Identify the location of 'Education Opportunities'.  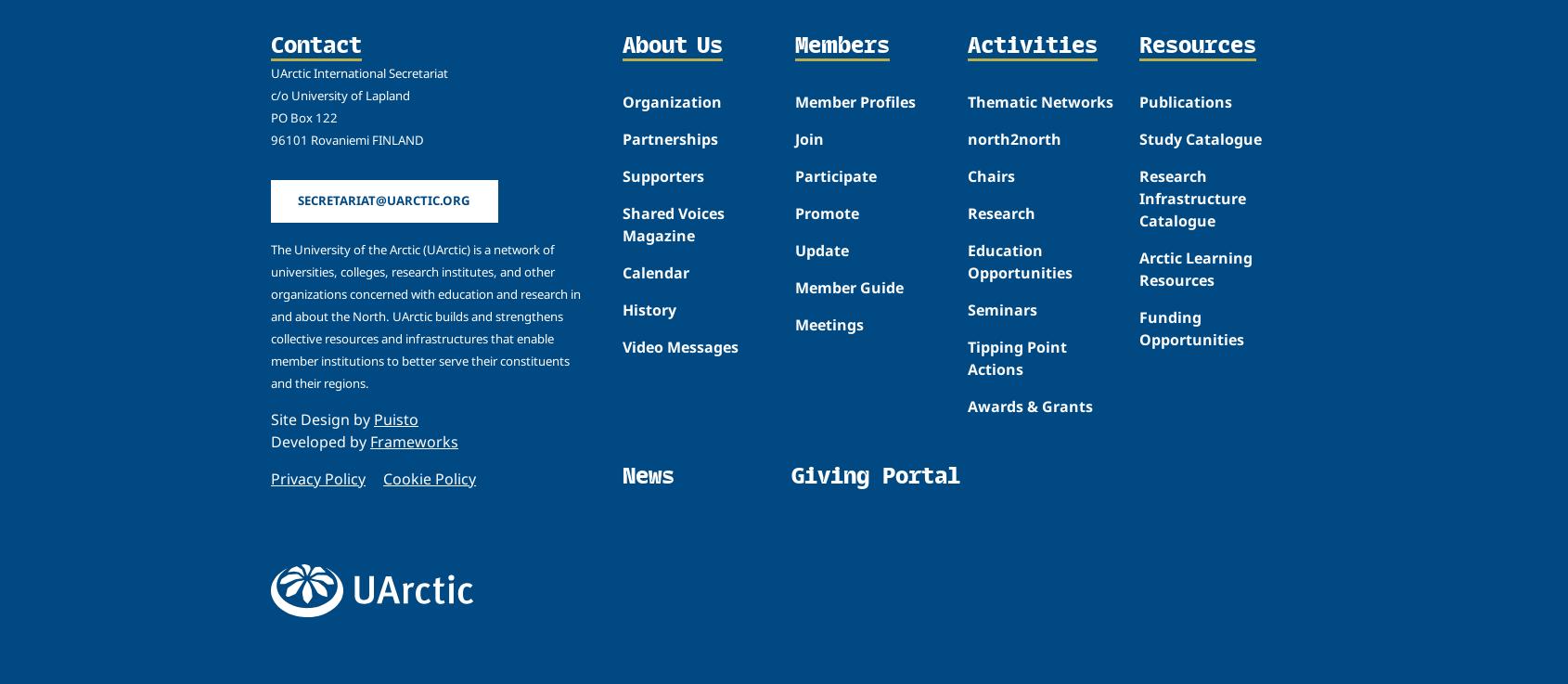
(1018, 260).